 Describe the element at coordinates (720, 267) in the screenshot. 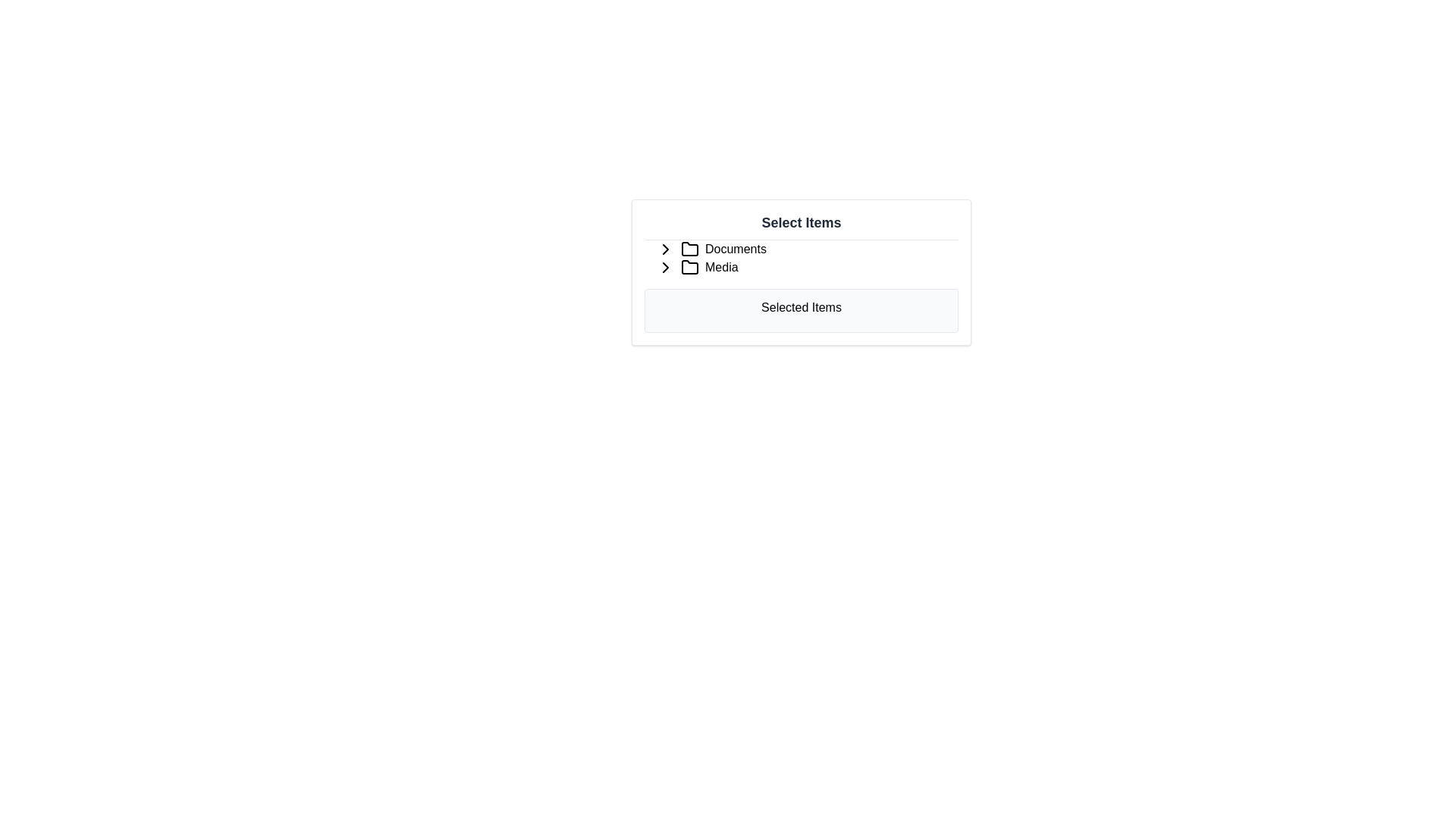

I see `text of the selectable 'Media' category label located in the second row of the 'Select Items' menu, positioned below 'Documents'` at that location.